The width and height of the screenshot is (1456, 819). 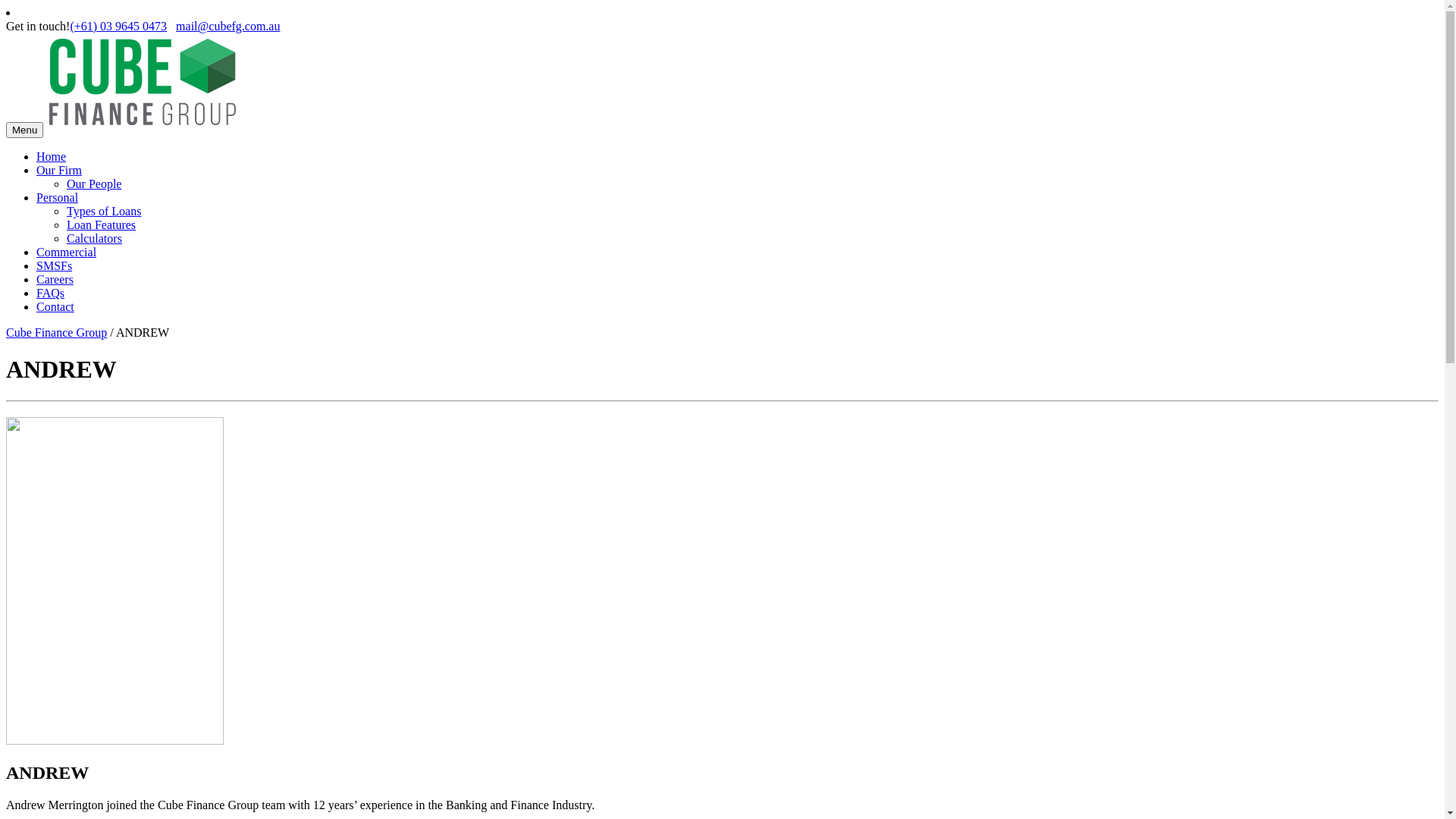 I want to click on '(+61) 03 9645 0473', so click(x=118, y=26).